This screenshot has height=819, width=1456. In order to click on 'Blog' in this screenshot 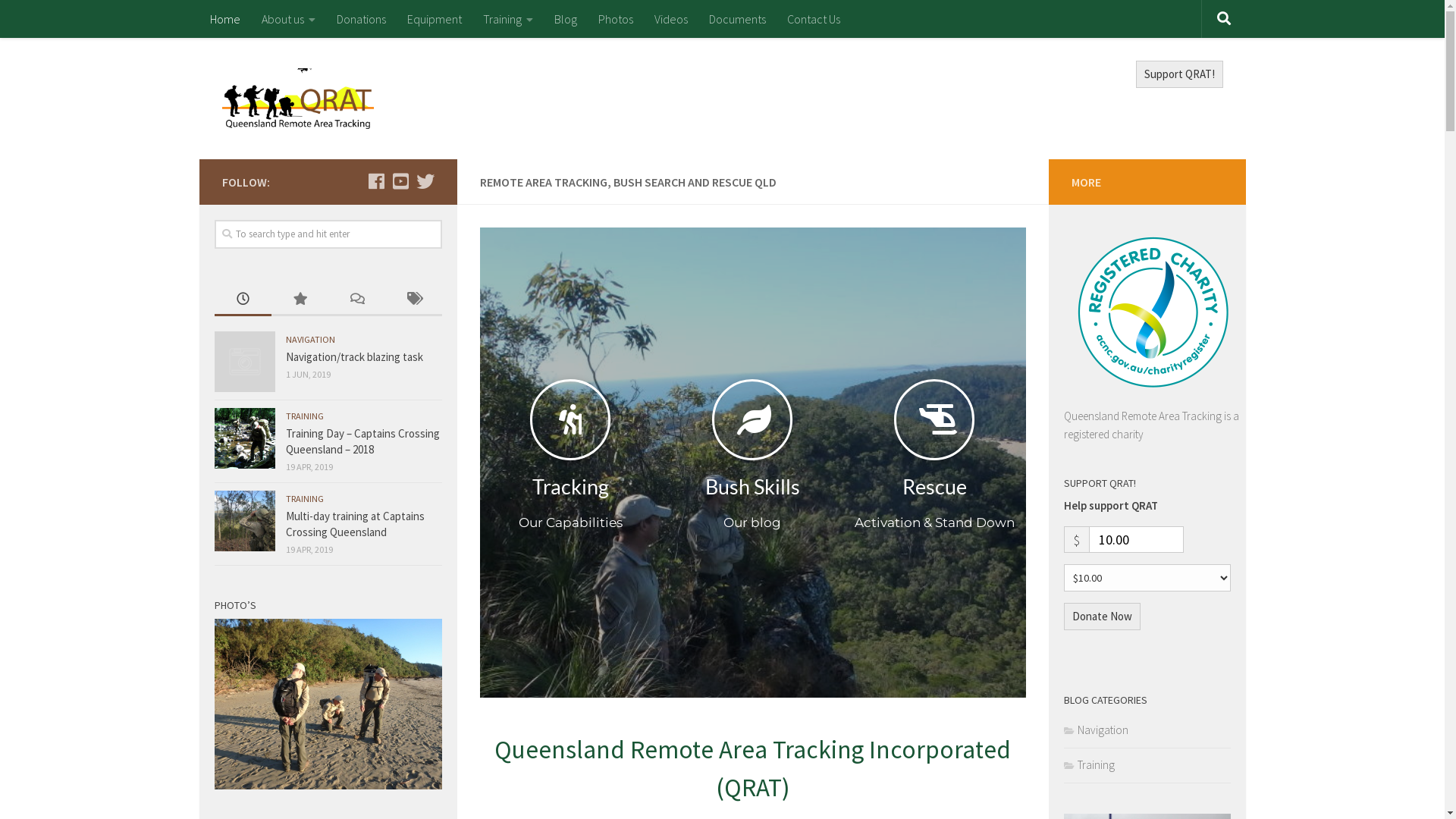, I will do `click(563, 18)`.